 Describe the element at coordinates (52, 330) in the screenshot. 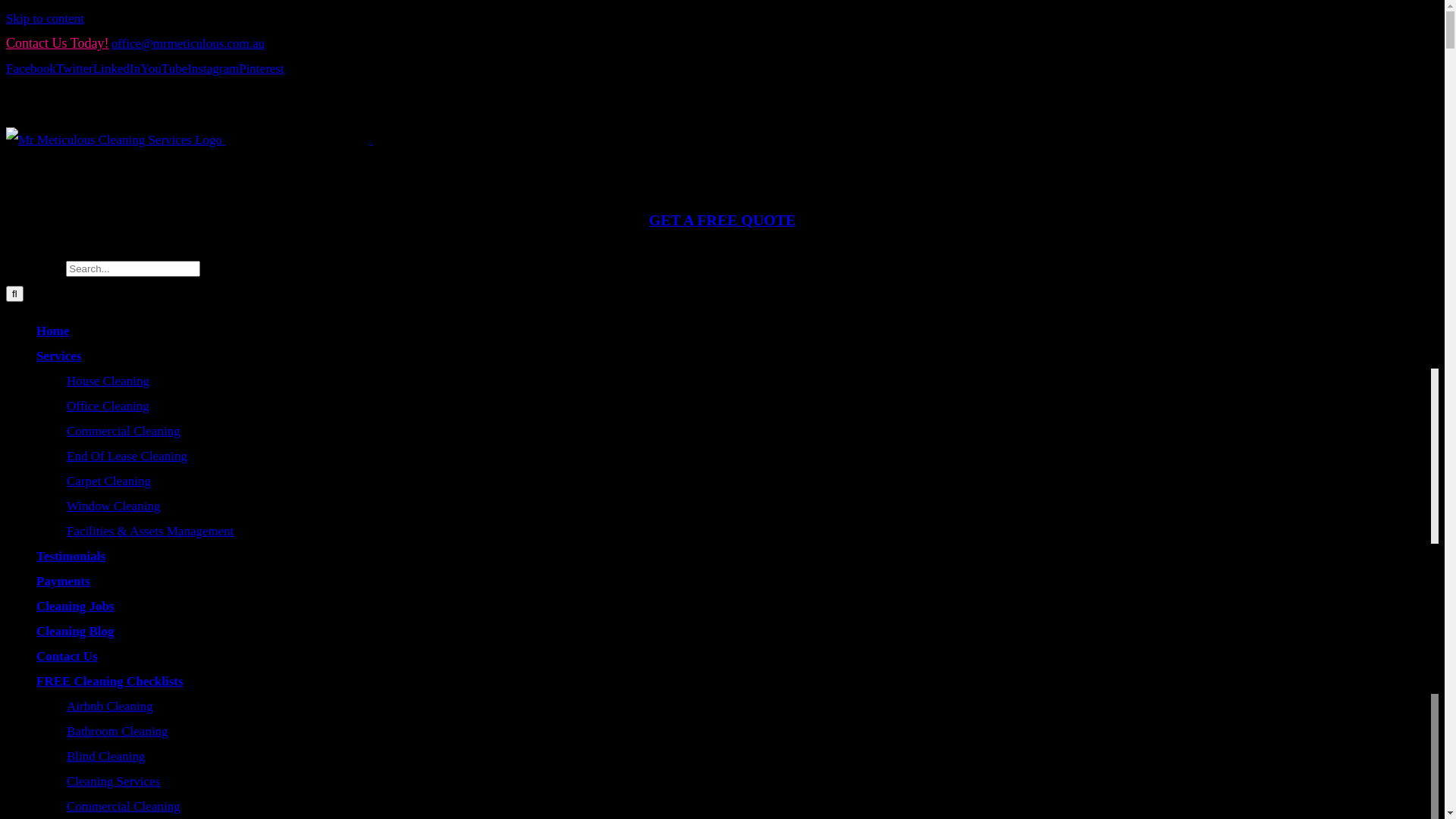

I see `'Home'` at that location.